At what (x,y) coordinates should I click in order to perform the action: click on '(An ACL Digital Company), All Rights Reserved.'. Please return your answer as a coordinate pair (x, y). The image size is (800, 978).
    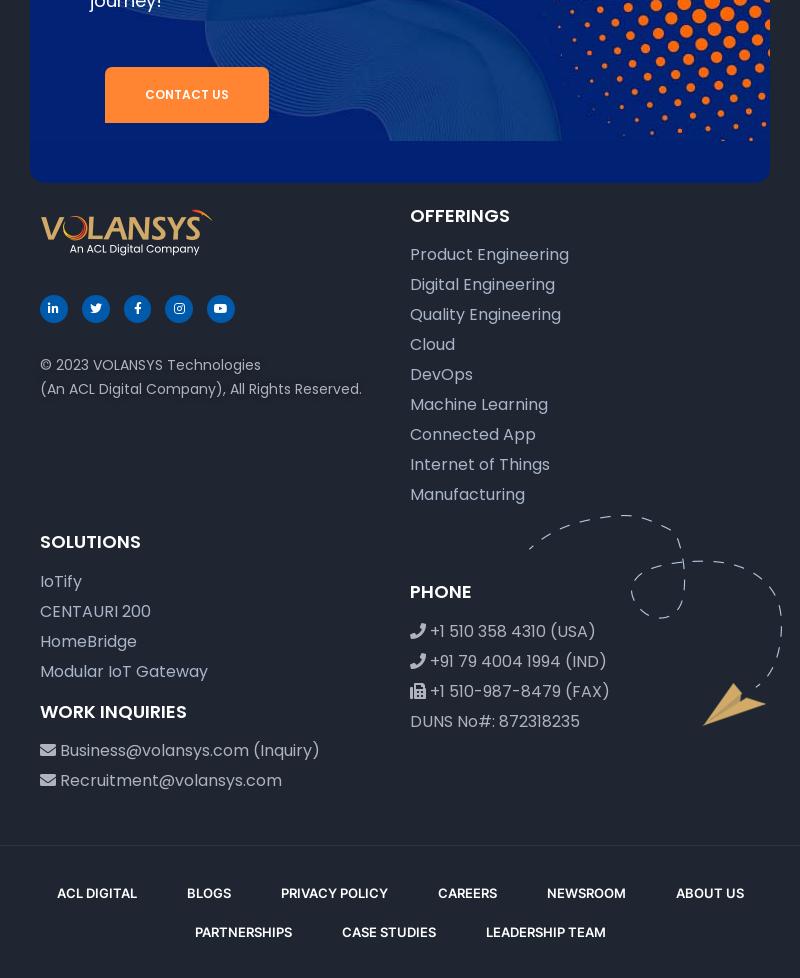
    Looking at the image, I should click on (201, 386).